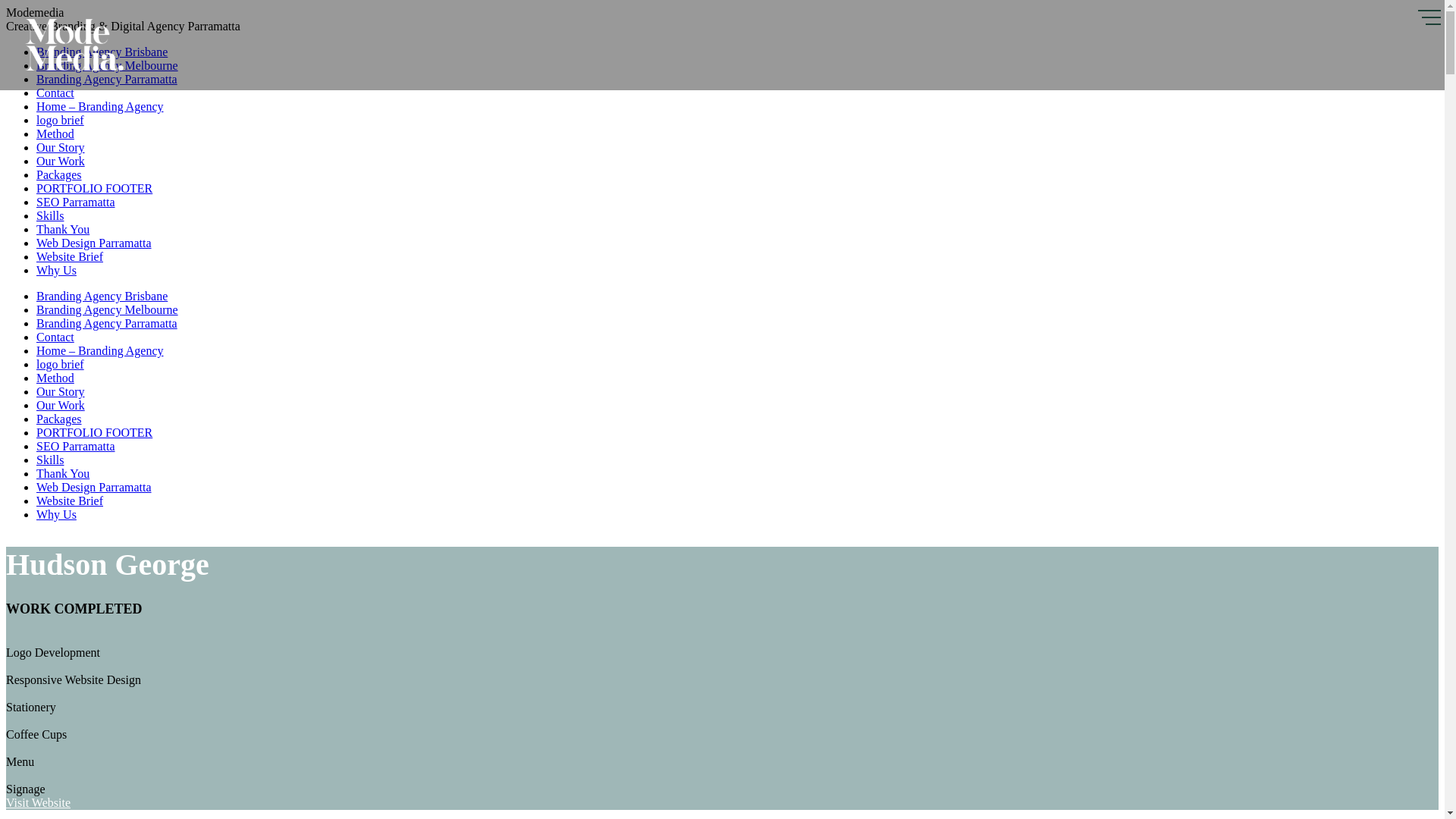 The height and width of the screenshot is (819, 1456). I want to click on 'Web Design Parramatta', so click(93, 487).